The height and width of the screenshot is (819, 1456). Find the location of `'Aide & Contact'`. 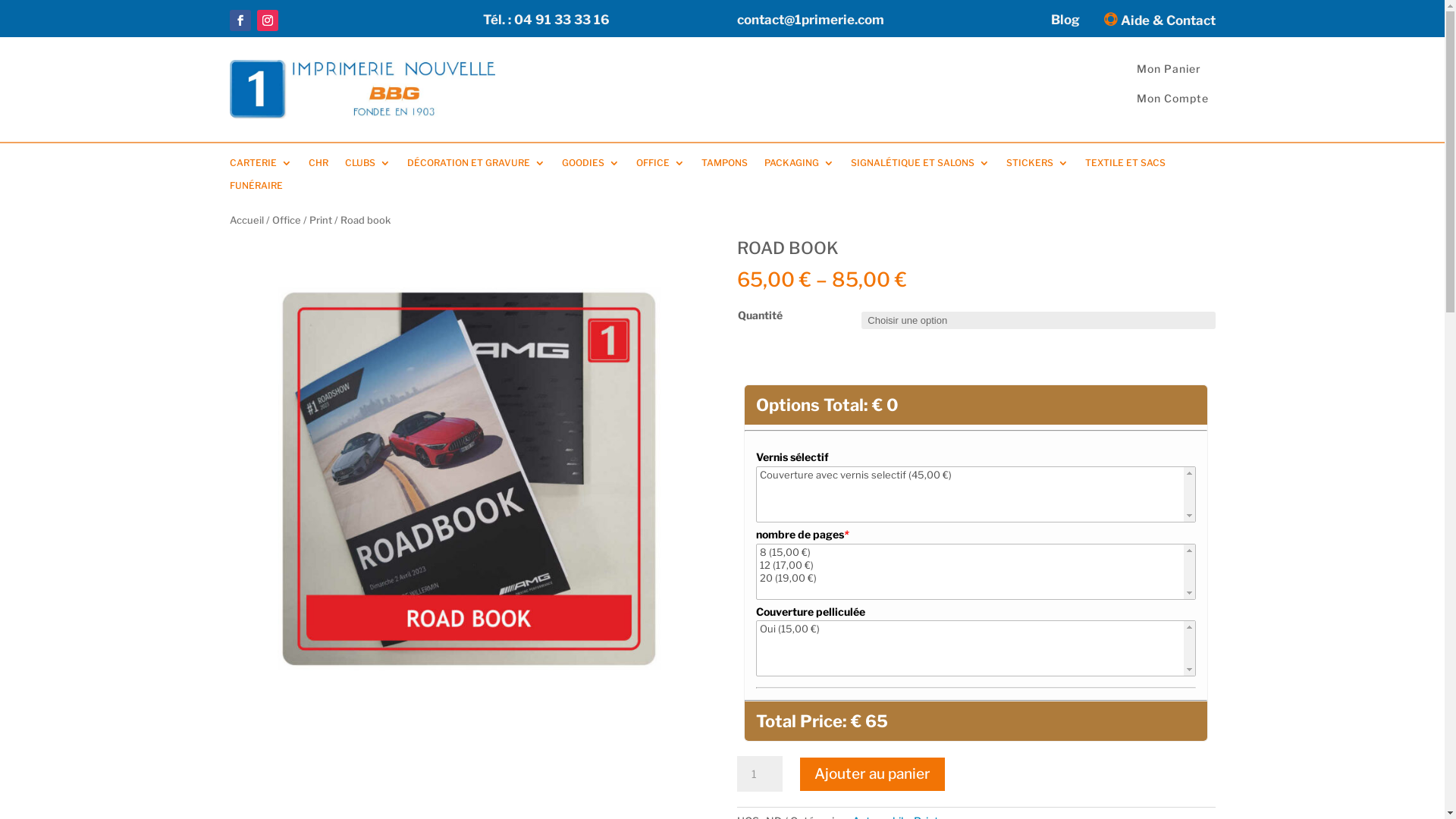

'Aide & Contact' is located at coordinates (1155, 23).